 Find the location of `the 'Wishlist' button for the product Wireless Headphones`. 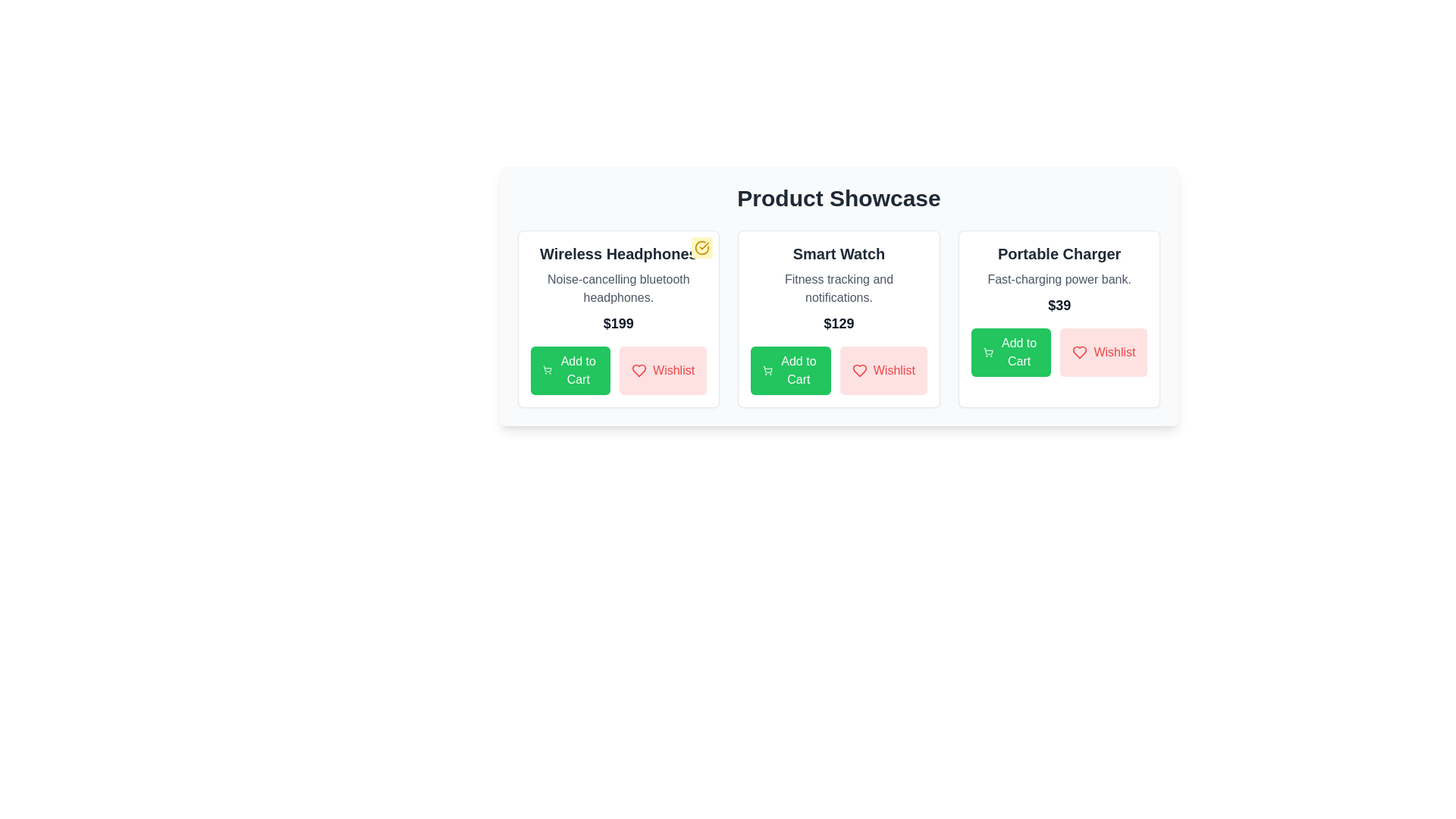

the 'Wishlist' button for the product Wireless Headphones is located at coordinates (663, 371).